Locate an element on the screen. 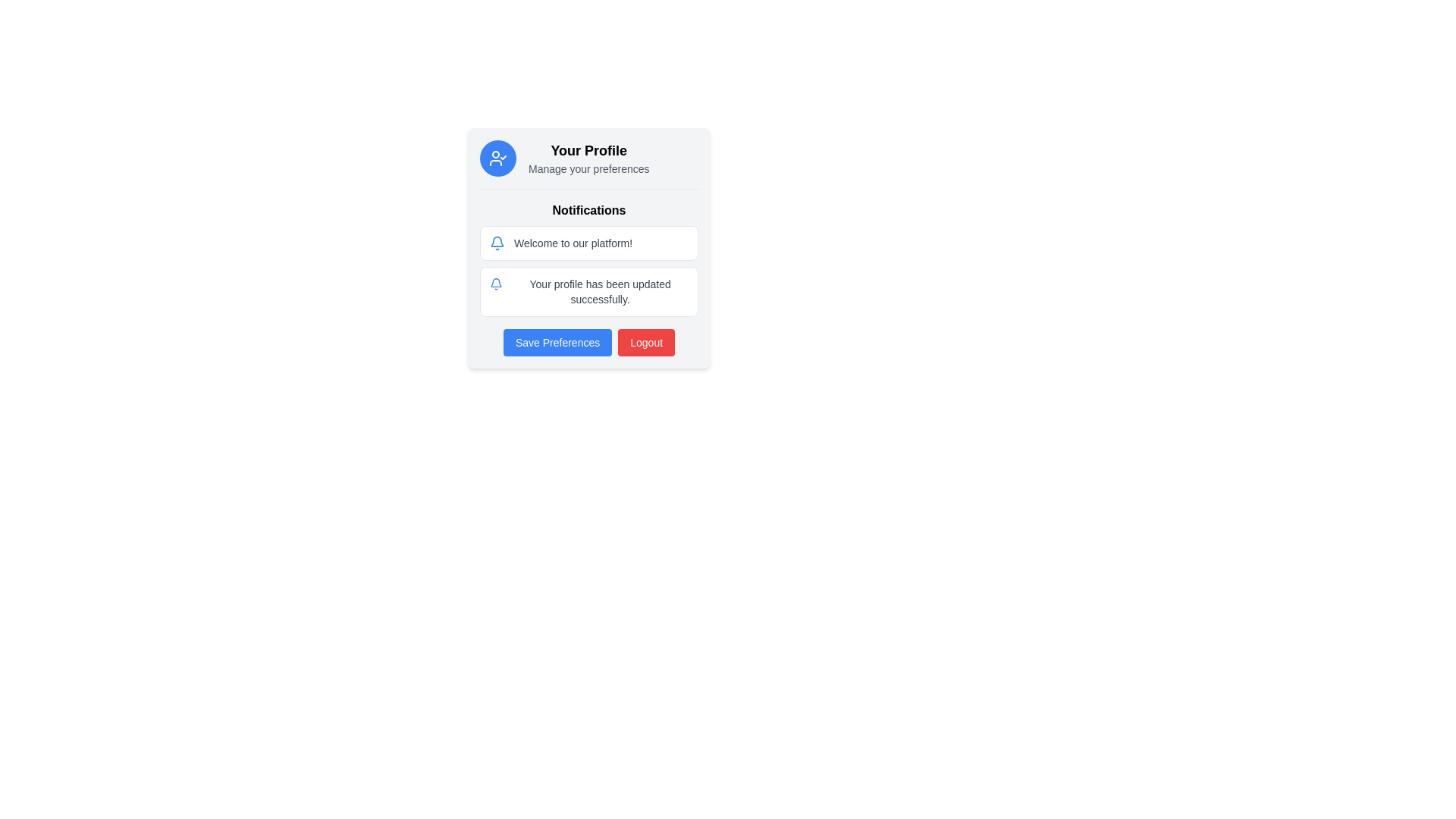 The image size is (1456, 819). the Notification Panel located below the headings 'Your Profile' and 'Manage your preferences', and above the buttons 'Save Preferences' and 'Logout' is located at coordinates (588, 253).